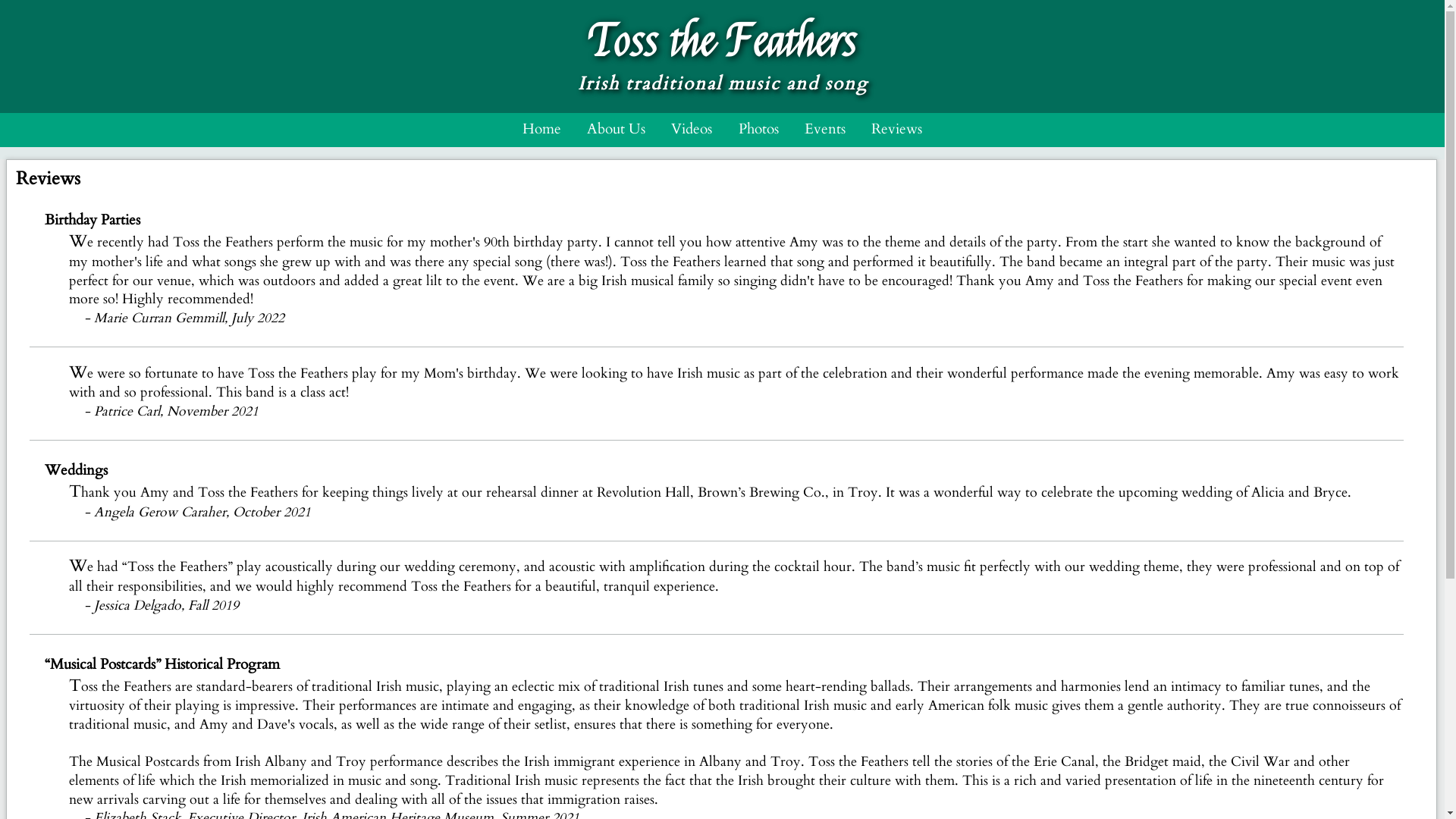  What do you see at coordinates (824, 127) in the screenshot?
I see `'Events'` at bounding box center [824, 127].